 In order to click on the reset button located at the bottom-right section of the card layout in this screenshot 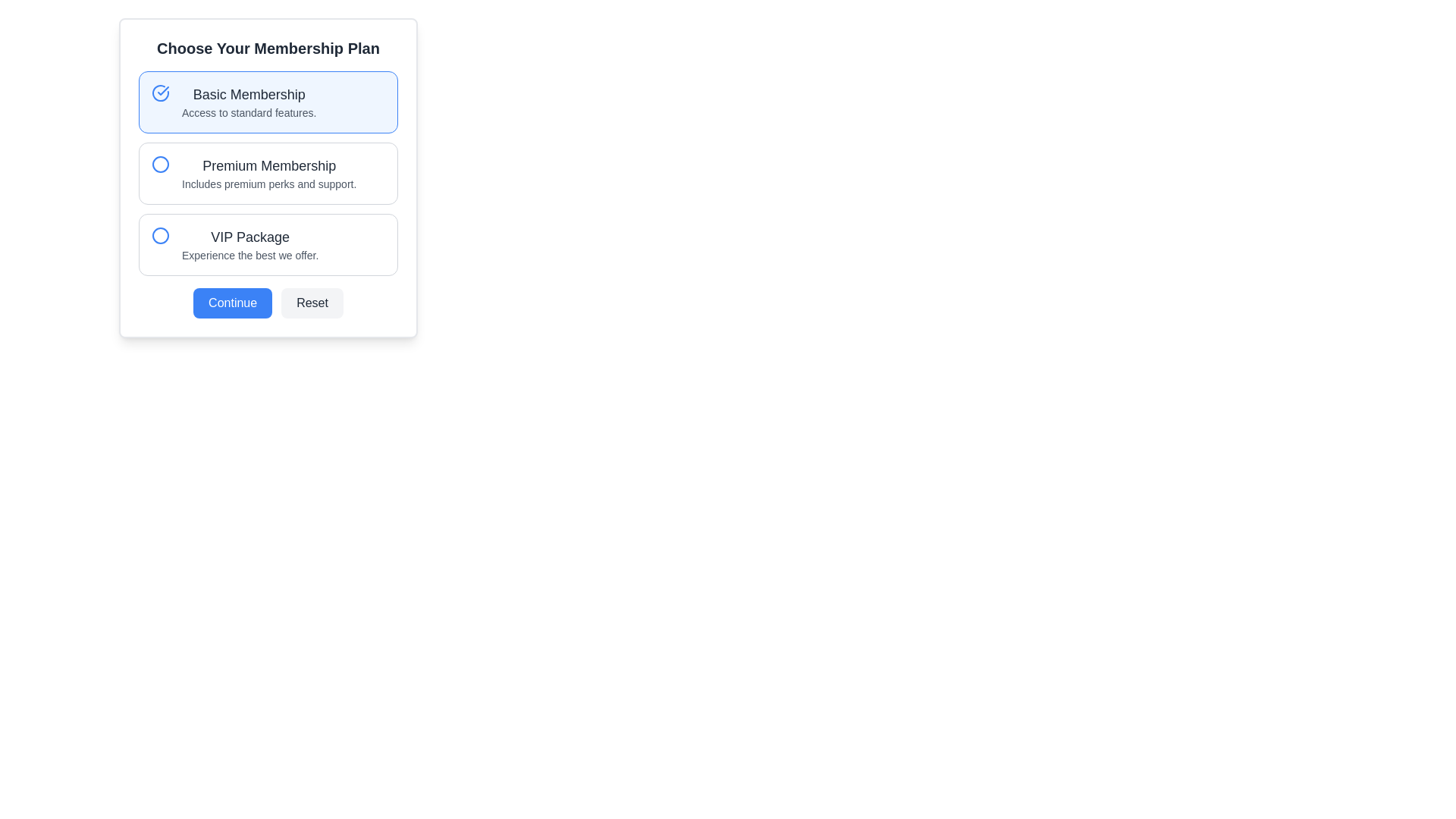, I will do `click(312, 303)`.